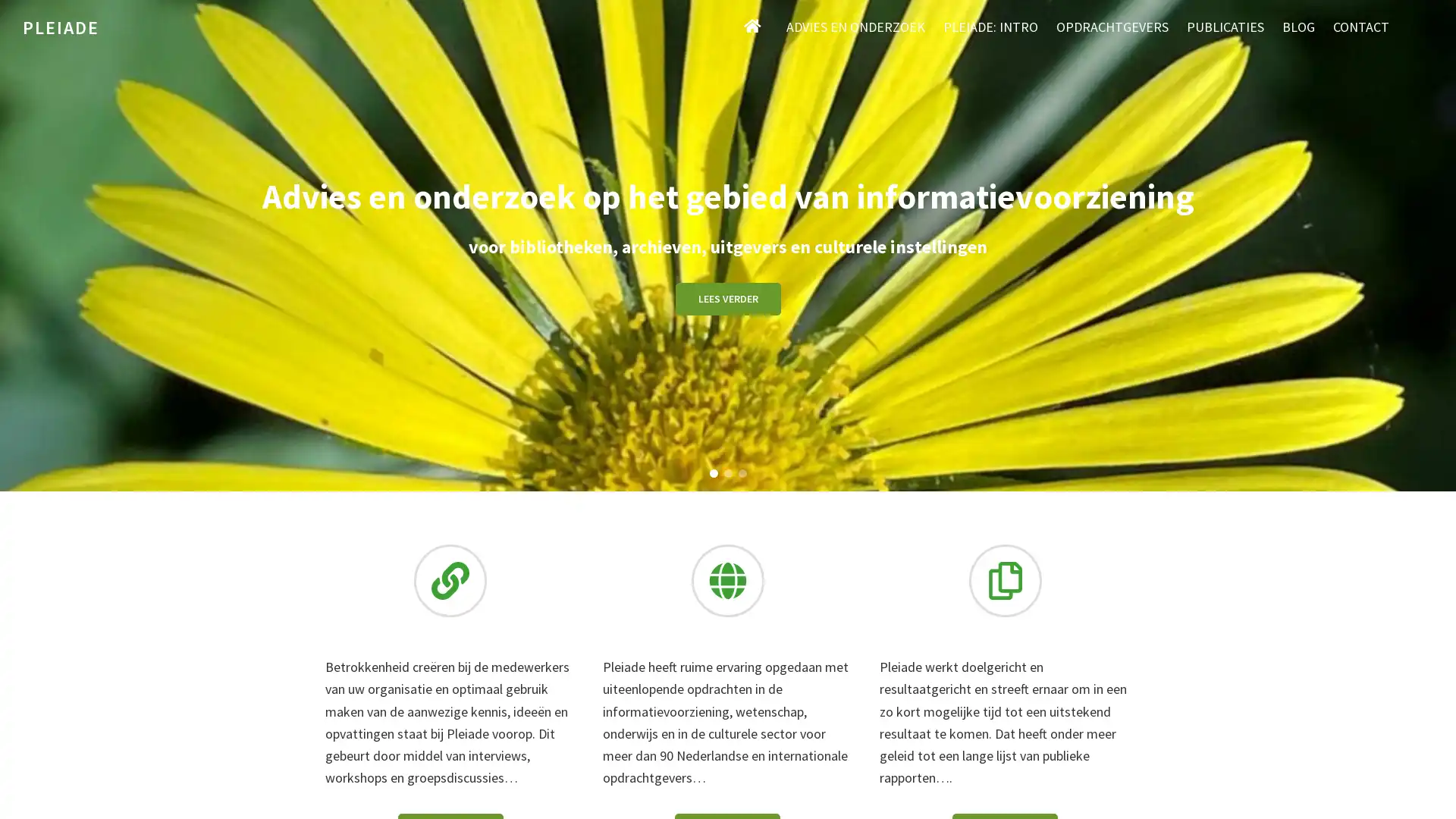 The width and height of the screenshot is (1456, 819). What do you see at coordinates (742, 472) in the screenshot?
I see `Go to slide 3` at bounding box center [742, 472].